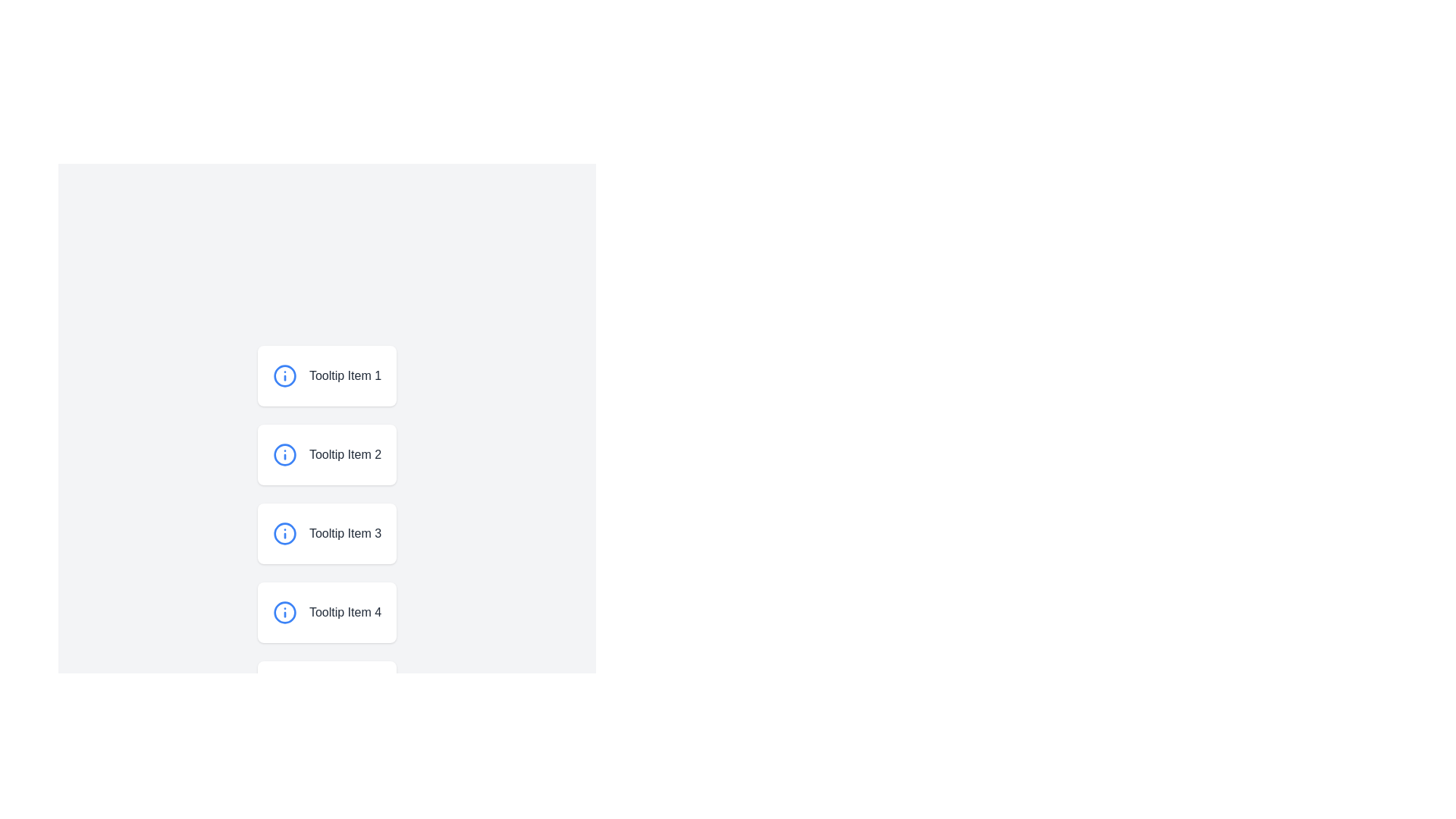 This screenshot has width=1456, height=819. What do you see at coordinates (338, 375) in the screenshot?
I see `text label that serves as a title or identifier for the tooltip item, which is the first item in a vertical list aligned to the right of a blue 'info' icon` at bounding box center [338, 375].